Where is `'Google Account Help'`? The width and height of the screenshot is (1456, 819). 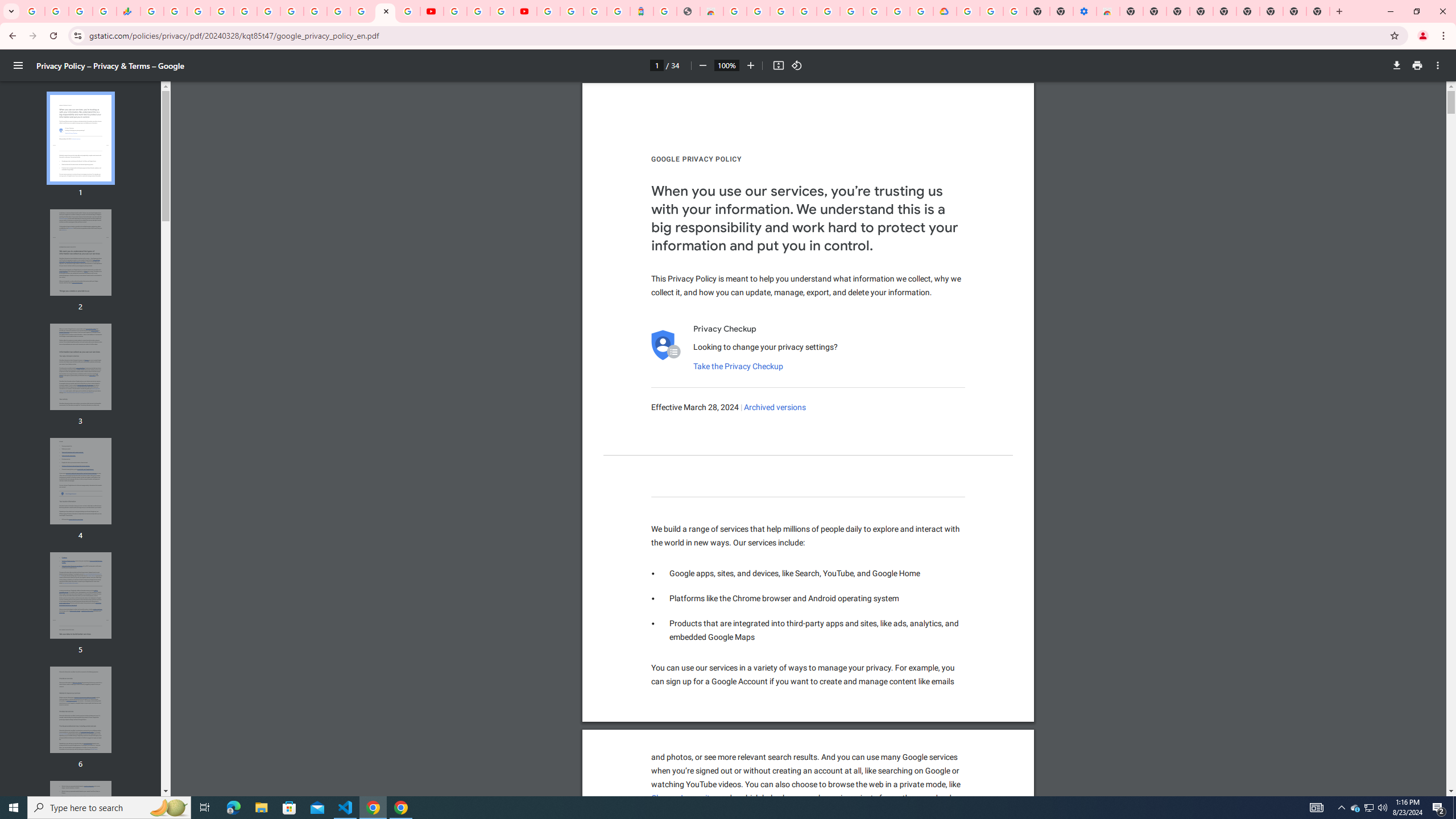
'Google Account Help' is located at coordinates (477, 11).